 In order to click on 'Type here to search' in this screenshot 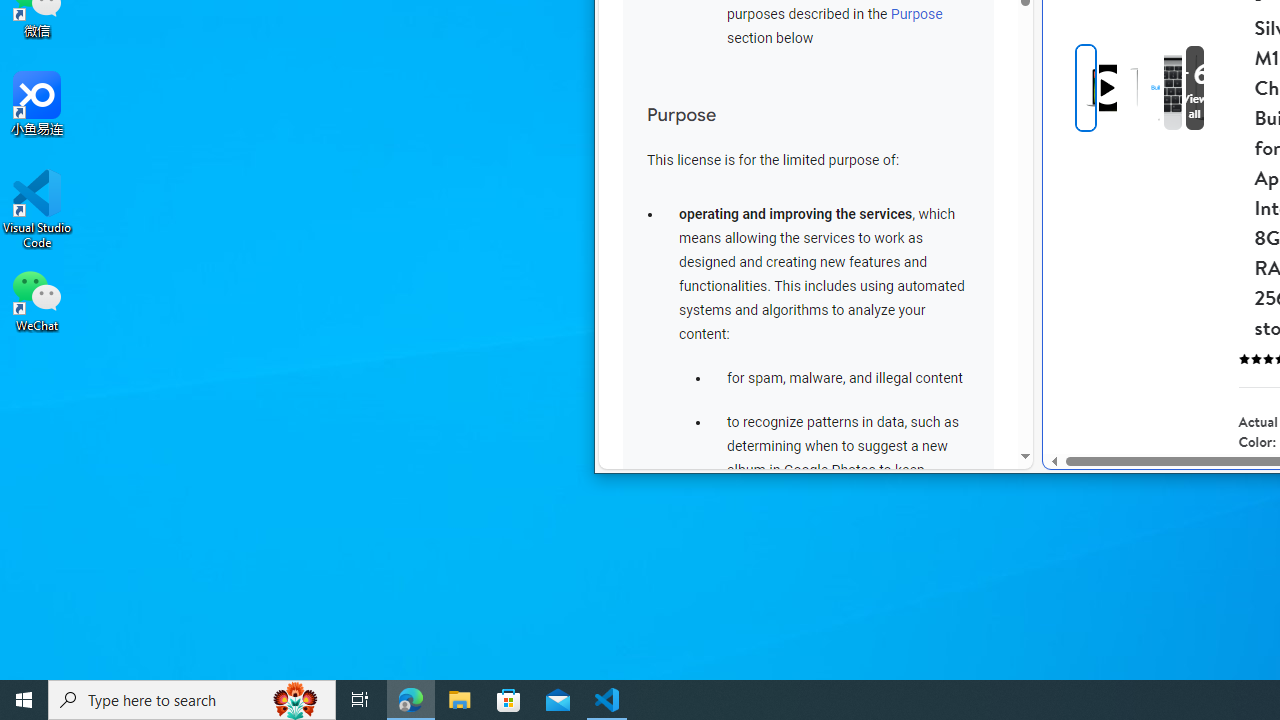, I will do `click(192, 698)`.